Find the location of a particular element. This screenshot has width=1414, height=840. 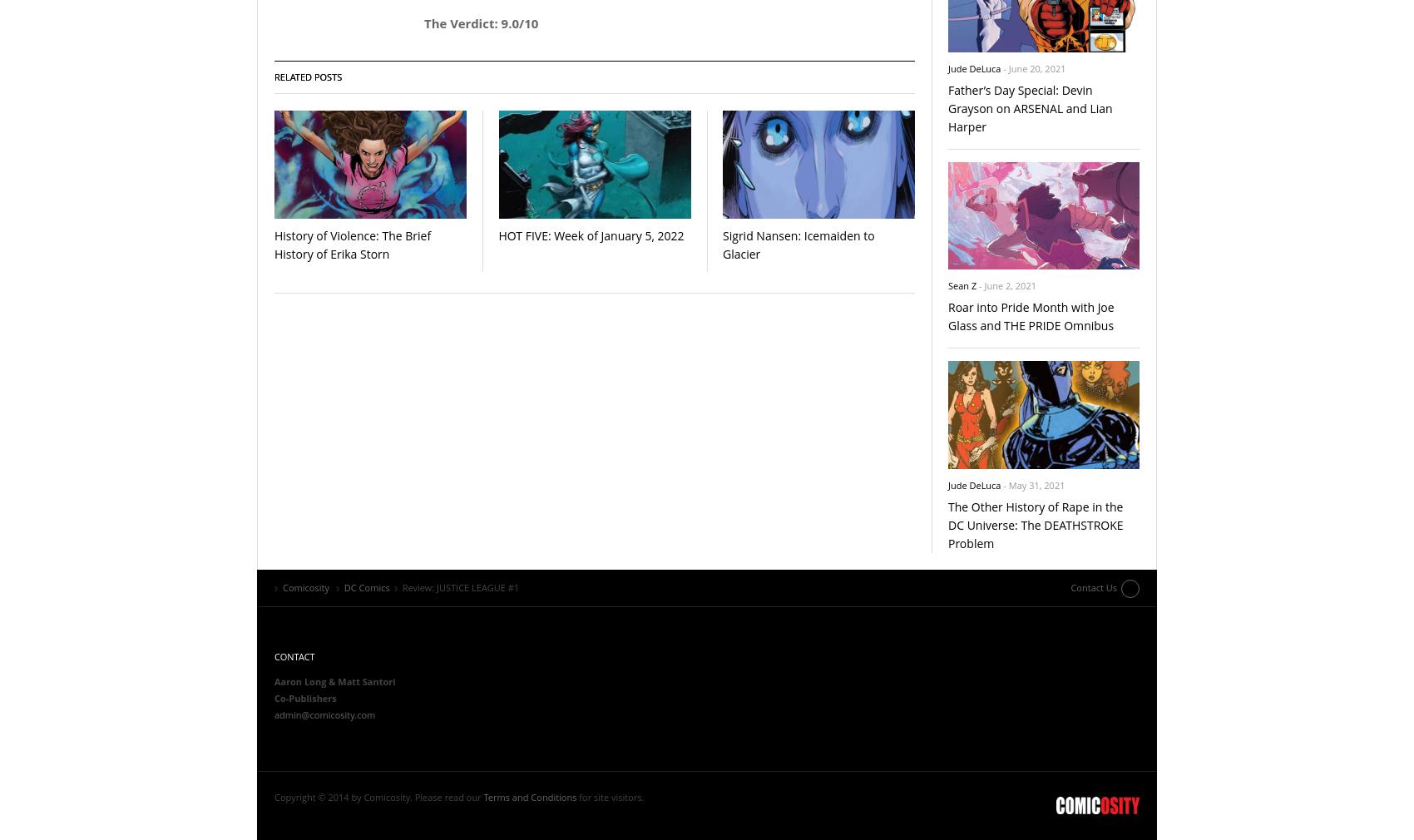

'Contact' is located at coordinates (293, 655).